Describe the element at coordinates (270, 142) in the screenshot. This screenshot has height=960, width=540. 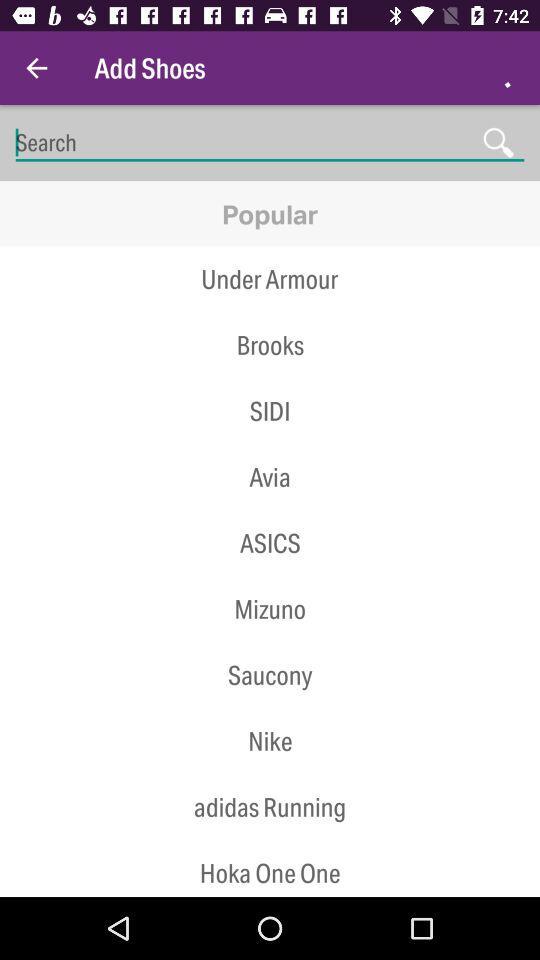
I see `type any word to search` at that location.